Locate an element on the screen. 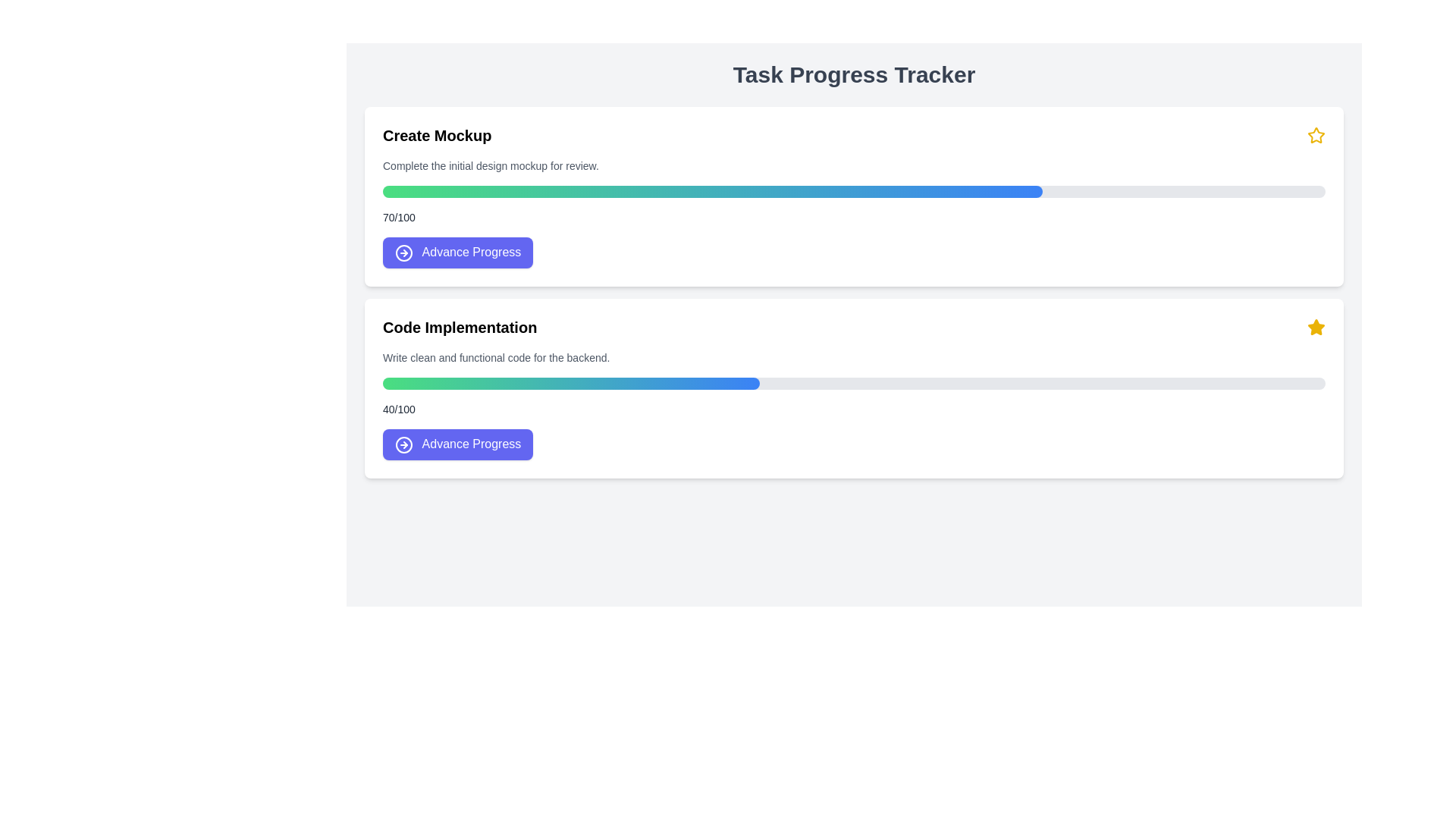 The height and width of the screenshot is (819, 1456). the button within the 'Create Mockup' task card, located below the progress bar and progress score text ('70/100'), to change its appearance is located at coordinates (457, 252).